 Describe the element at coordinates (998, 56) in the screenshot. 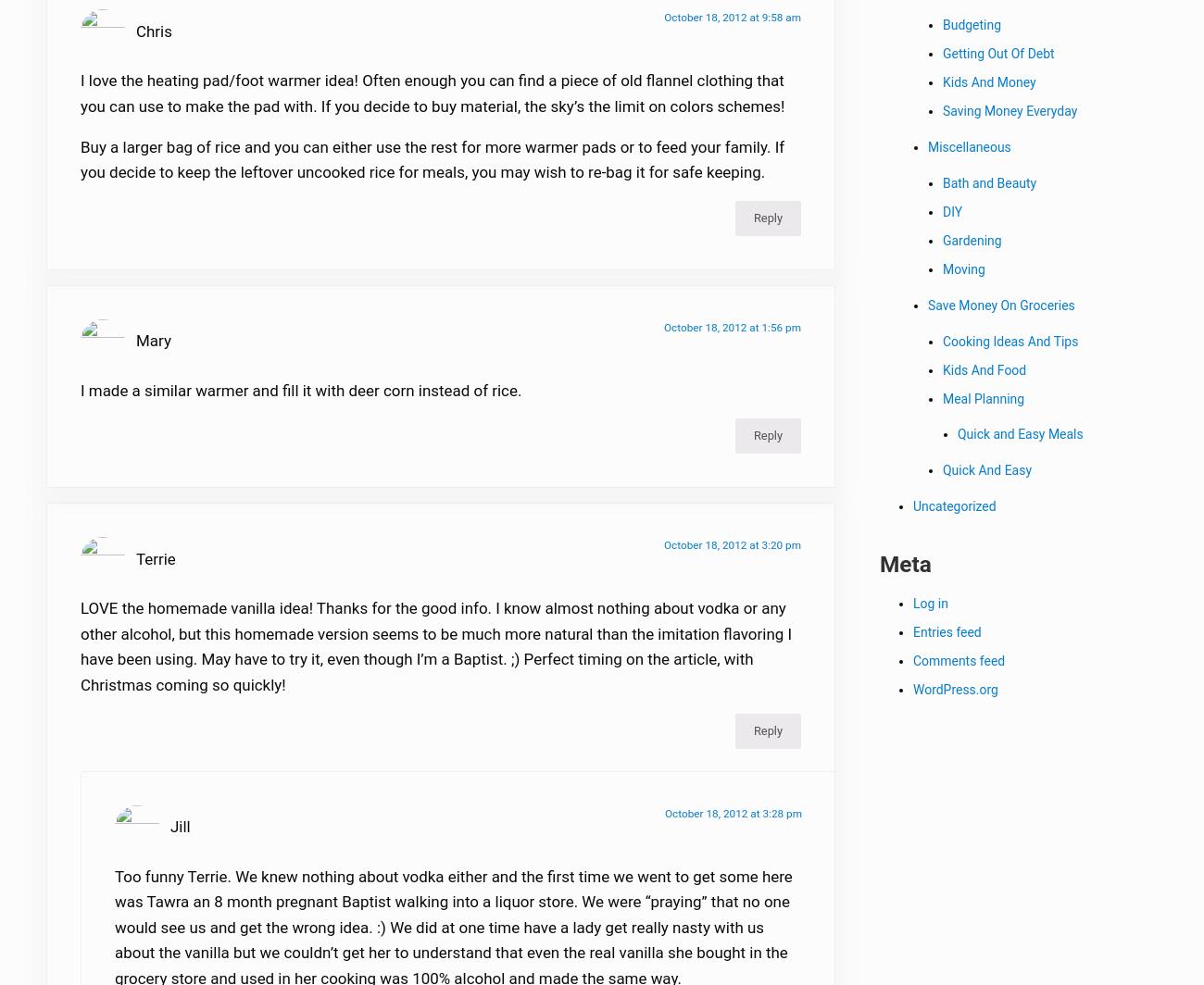

I see `'Getting Out Of Debt'` at that location.